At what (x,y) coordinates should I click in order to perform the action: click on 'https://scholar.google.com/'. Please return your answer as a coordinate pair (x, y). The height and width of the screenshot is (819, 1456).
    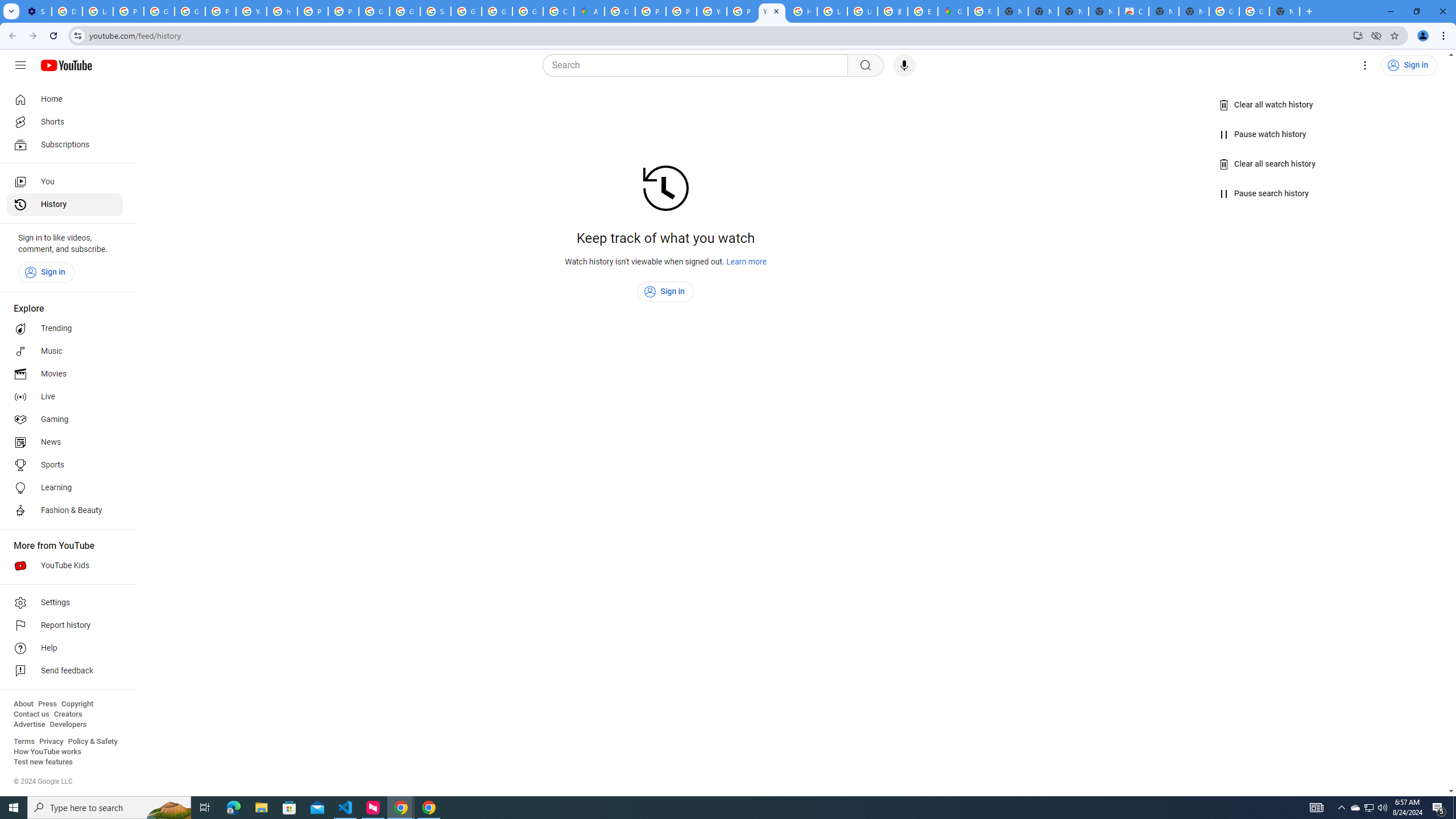
    Looking at the image, I should click on (282, 11).